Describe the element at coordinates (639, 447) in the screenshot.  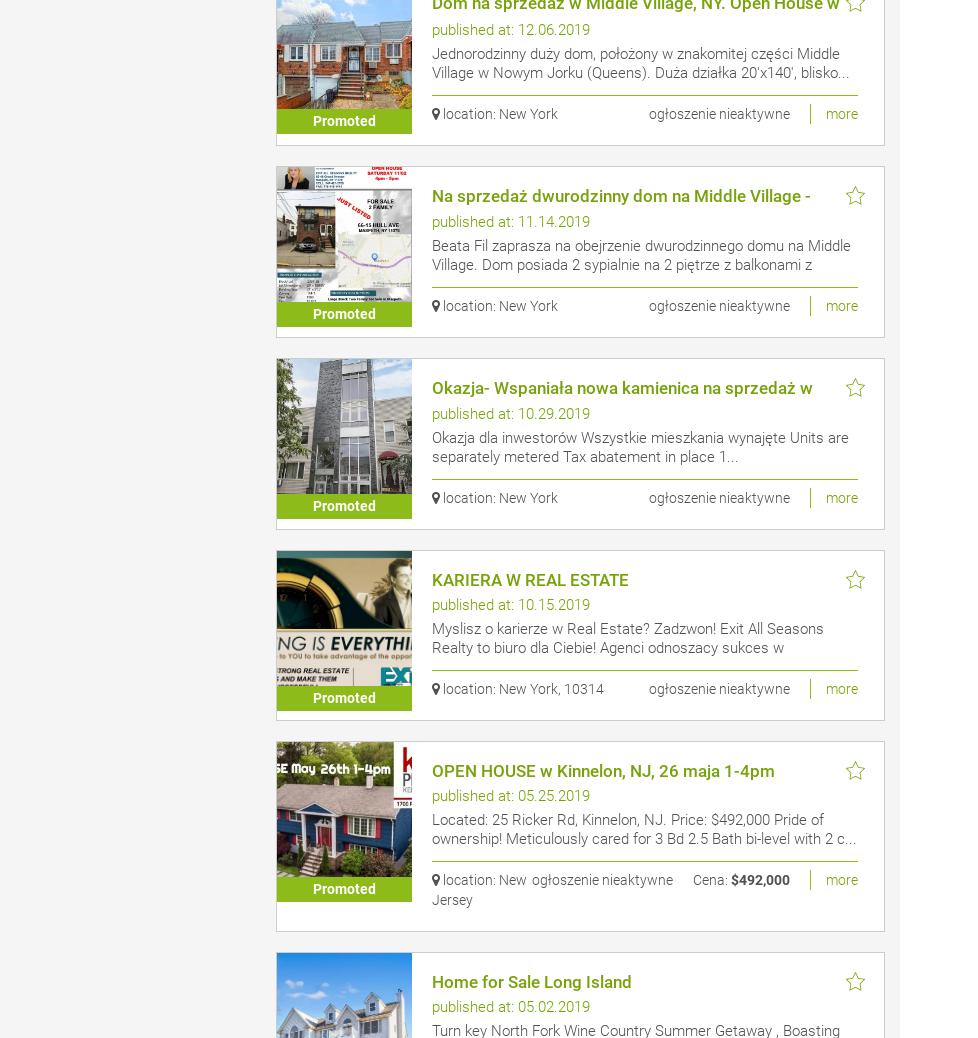
I see `'Okazja dla inwestorów
    Wszystkie mieszkania wynajęte
    Units are separately metered 
    Tax abatement in place
    1...'` at that location.